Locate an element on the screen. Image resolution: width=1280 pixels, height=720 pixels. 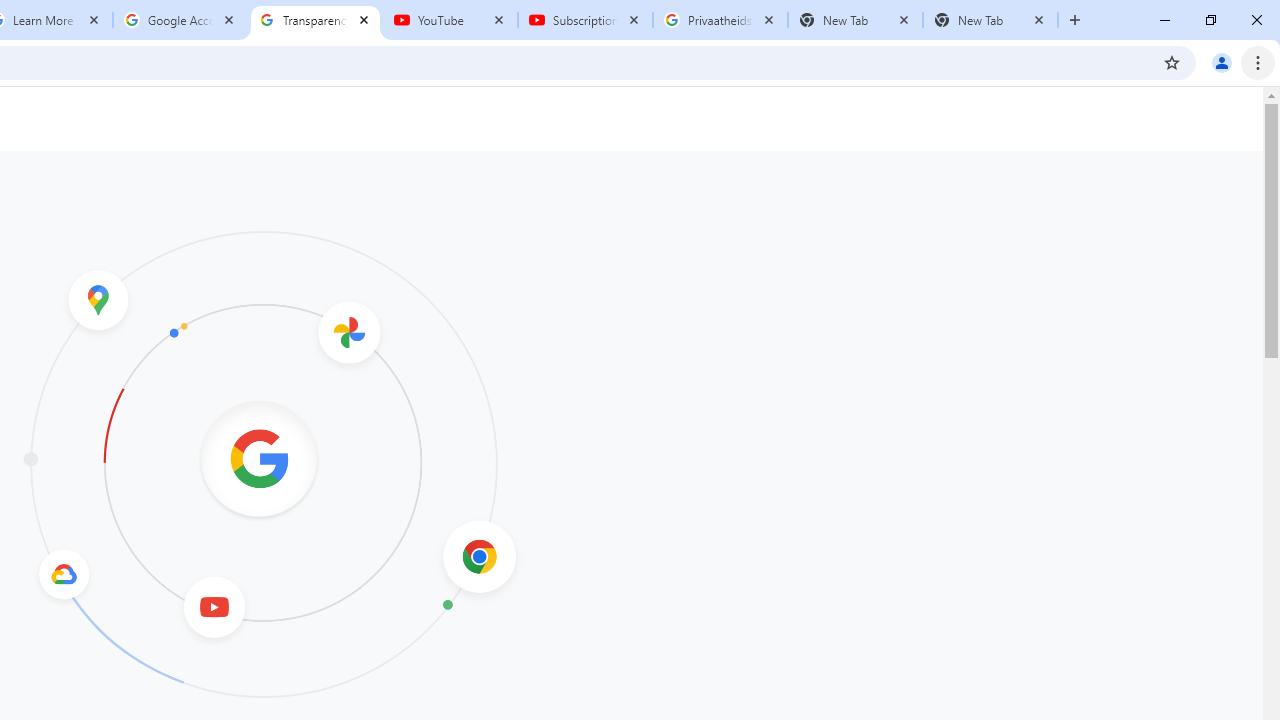
'YouTube' is located at coordinates (449, 20).